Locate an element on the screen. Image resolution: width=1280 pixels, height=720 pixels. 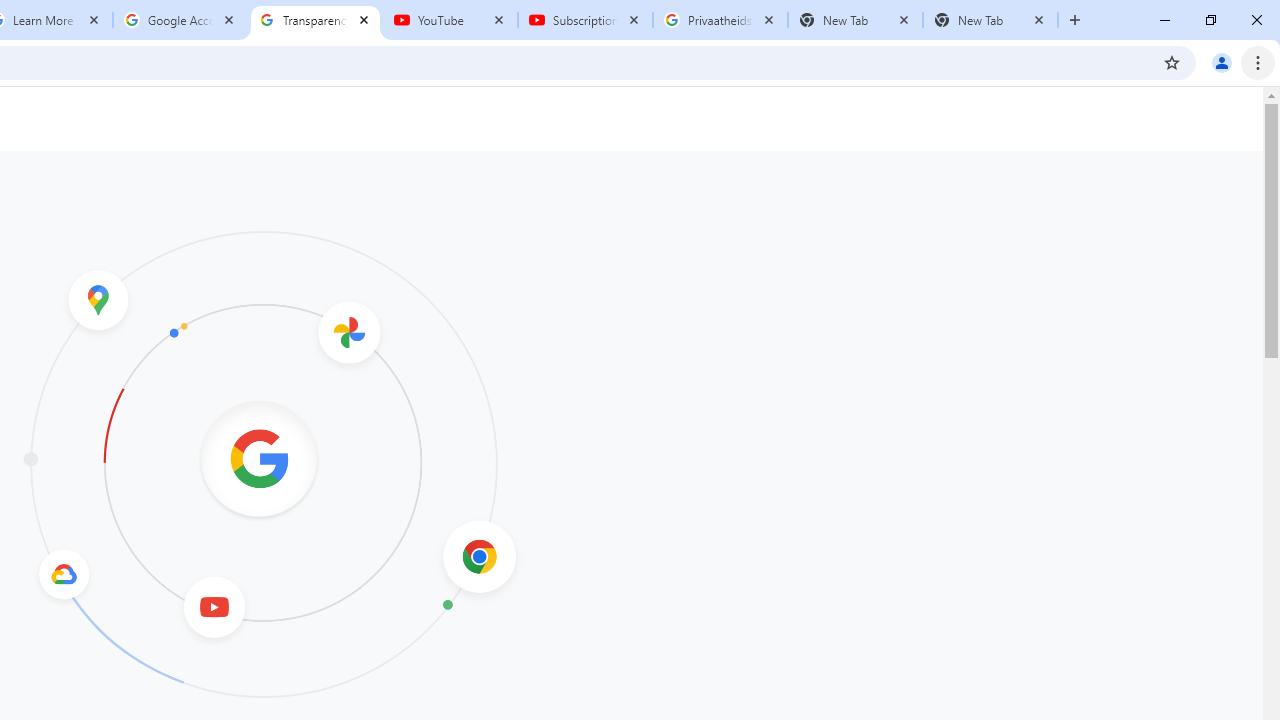
'YouTube' is located at coordinates (449, 20).